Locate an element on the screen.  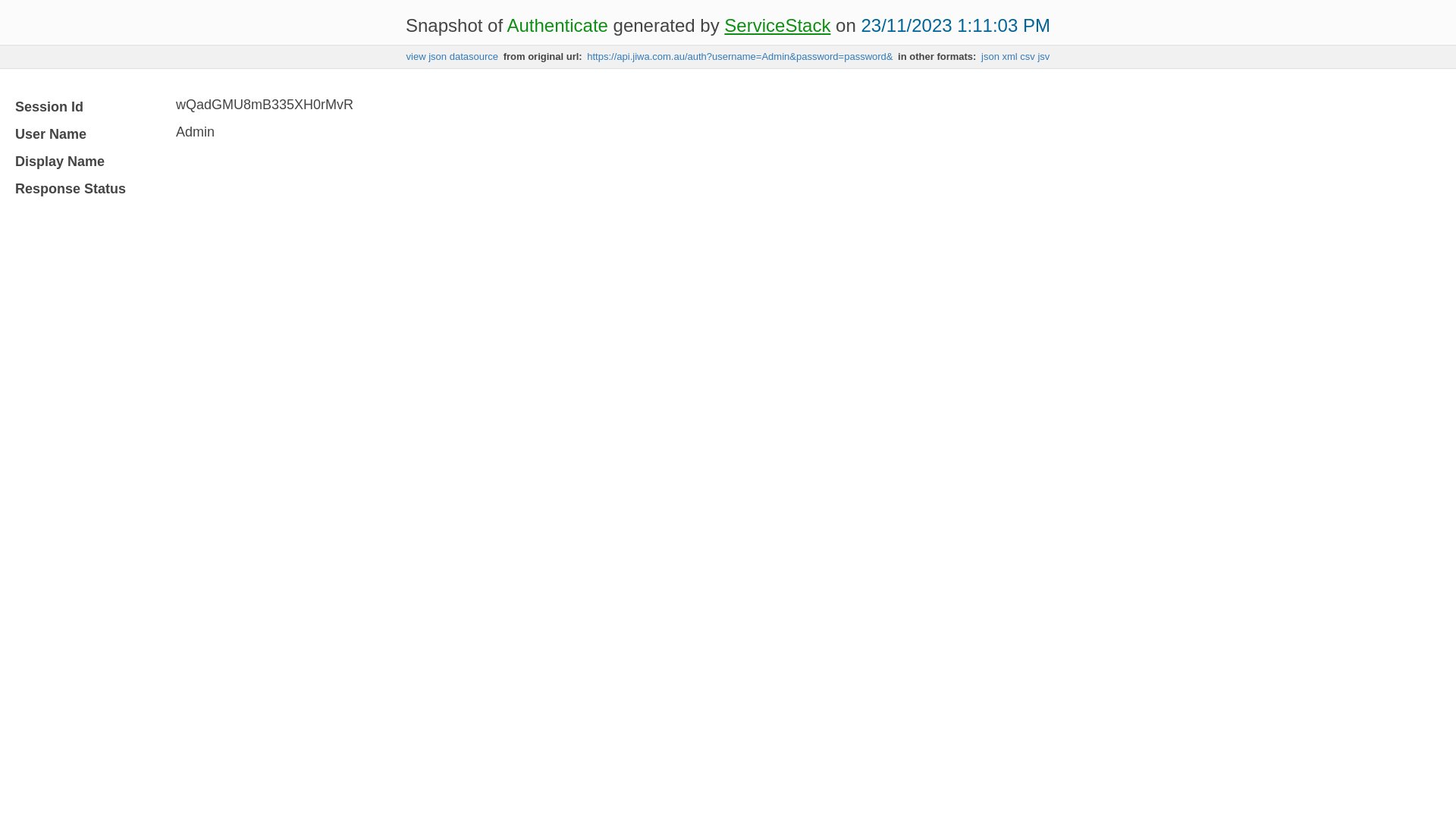
'xml' is located at coordinates (1002, 55).